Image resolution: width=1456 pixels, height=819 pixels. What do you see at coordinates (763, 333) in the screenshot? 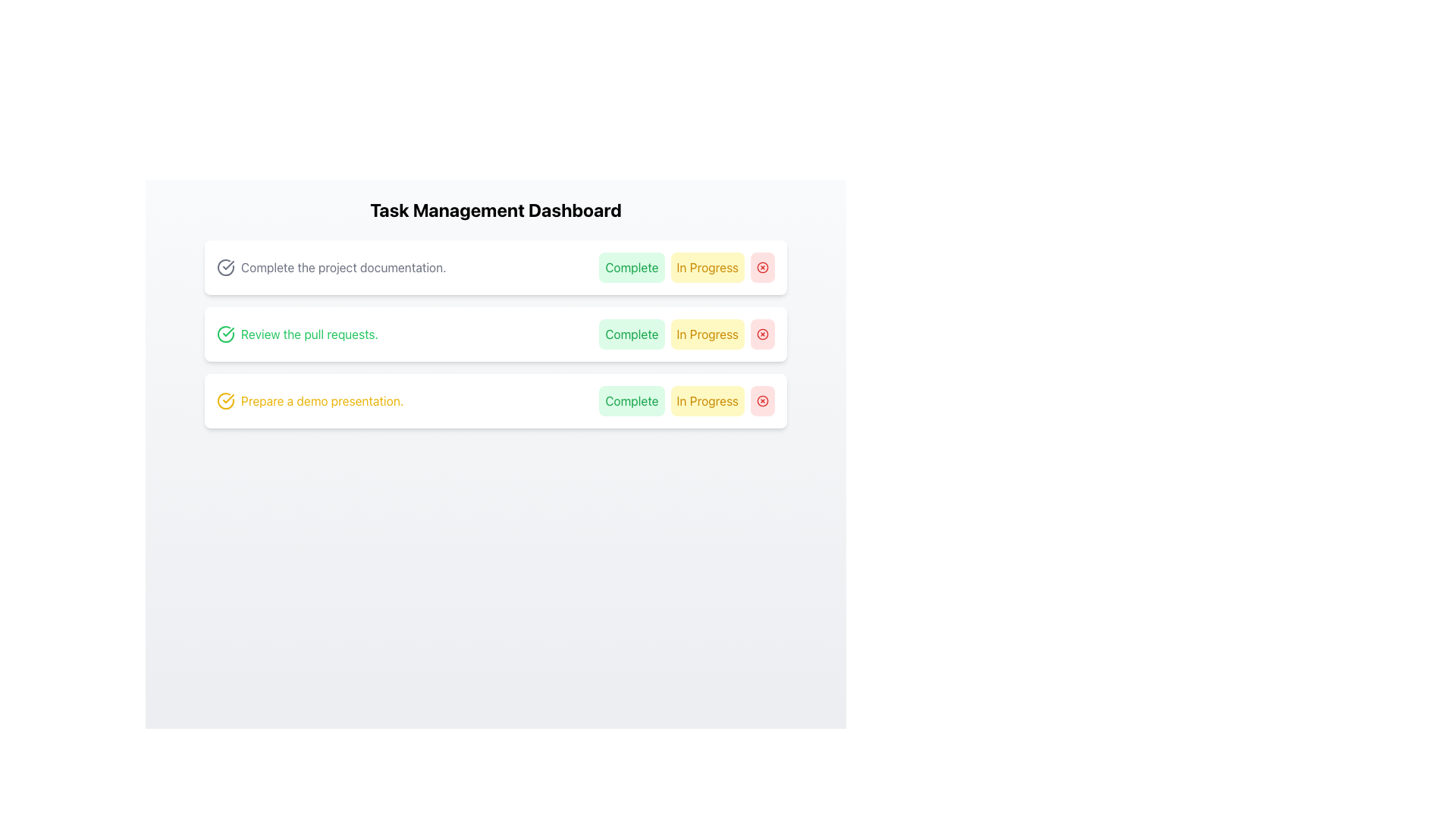
I see `the delete or cancel button associated with the third task entry in the vertically stacked task list` at bounding box center [763, 333].